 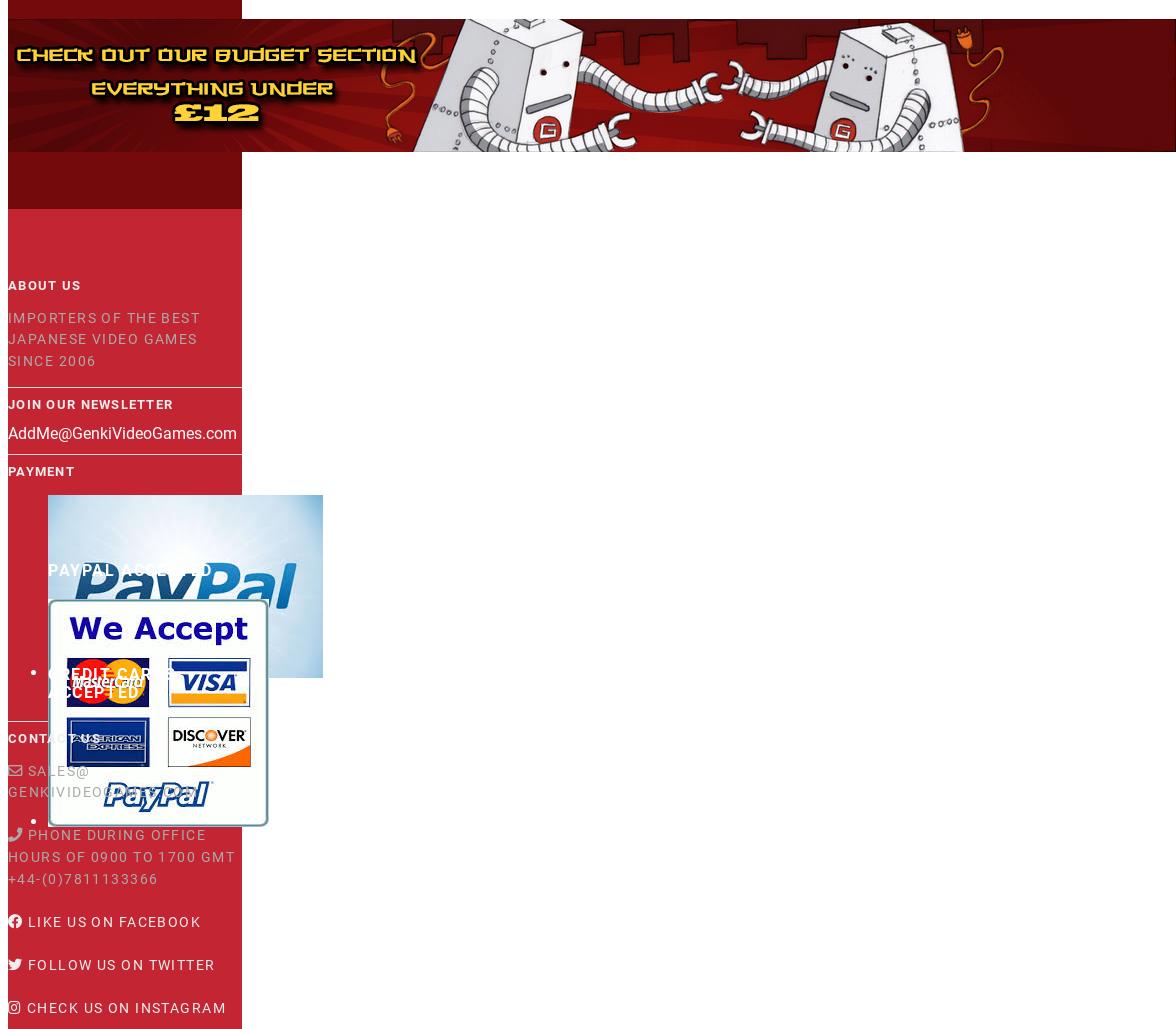 What do you see at coordinates (122, 431) in the screenshot?
I see `'AddMe@GenkiVideoGames.com'` at bounding box center [122, 431].